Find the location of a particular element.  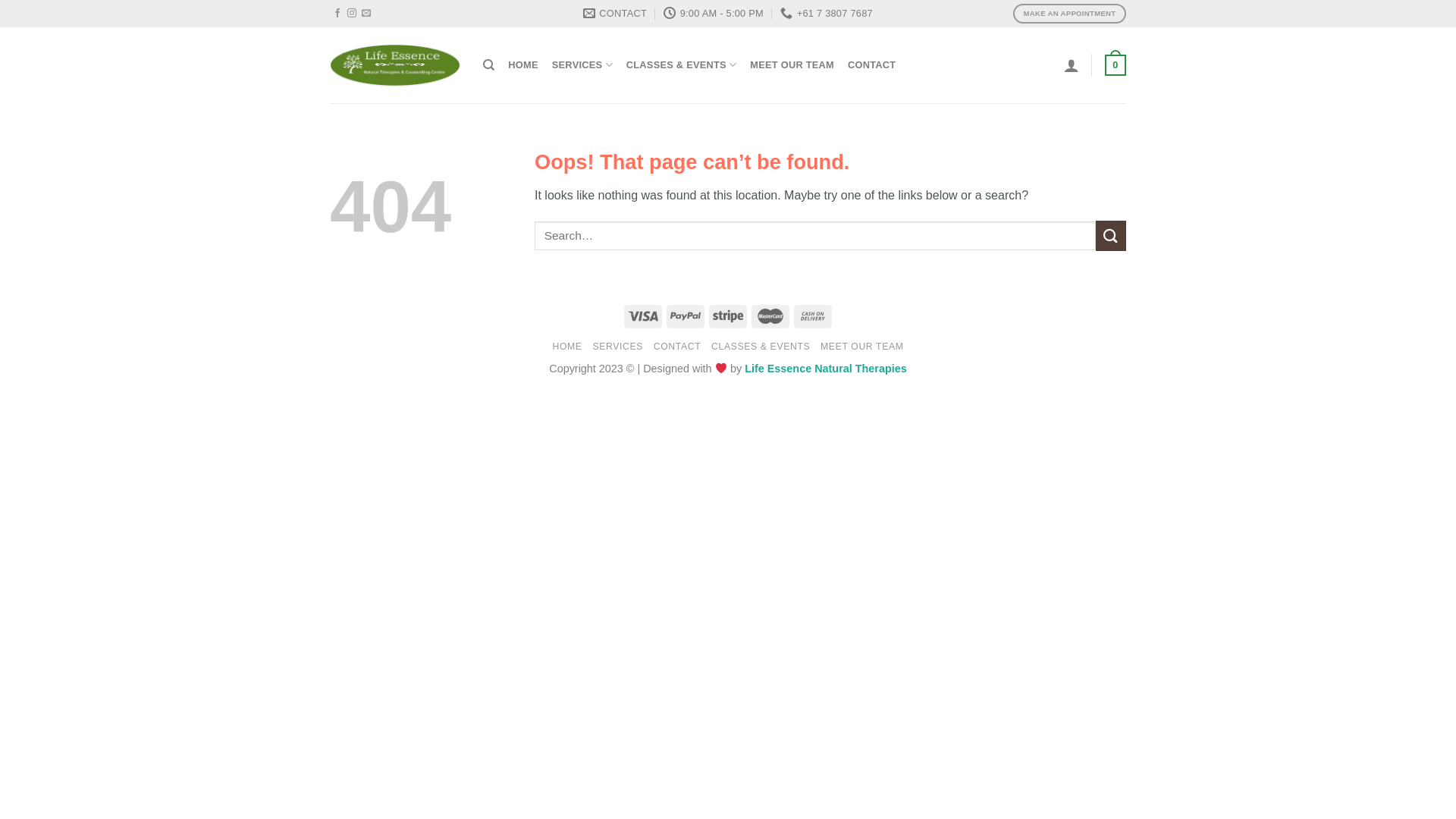

'Life Essence - Natural Therapies & Counselling Centre' is located at coordinates (395, 64).